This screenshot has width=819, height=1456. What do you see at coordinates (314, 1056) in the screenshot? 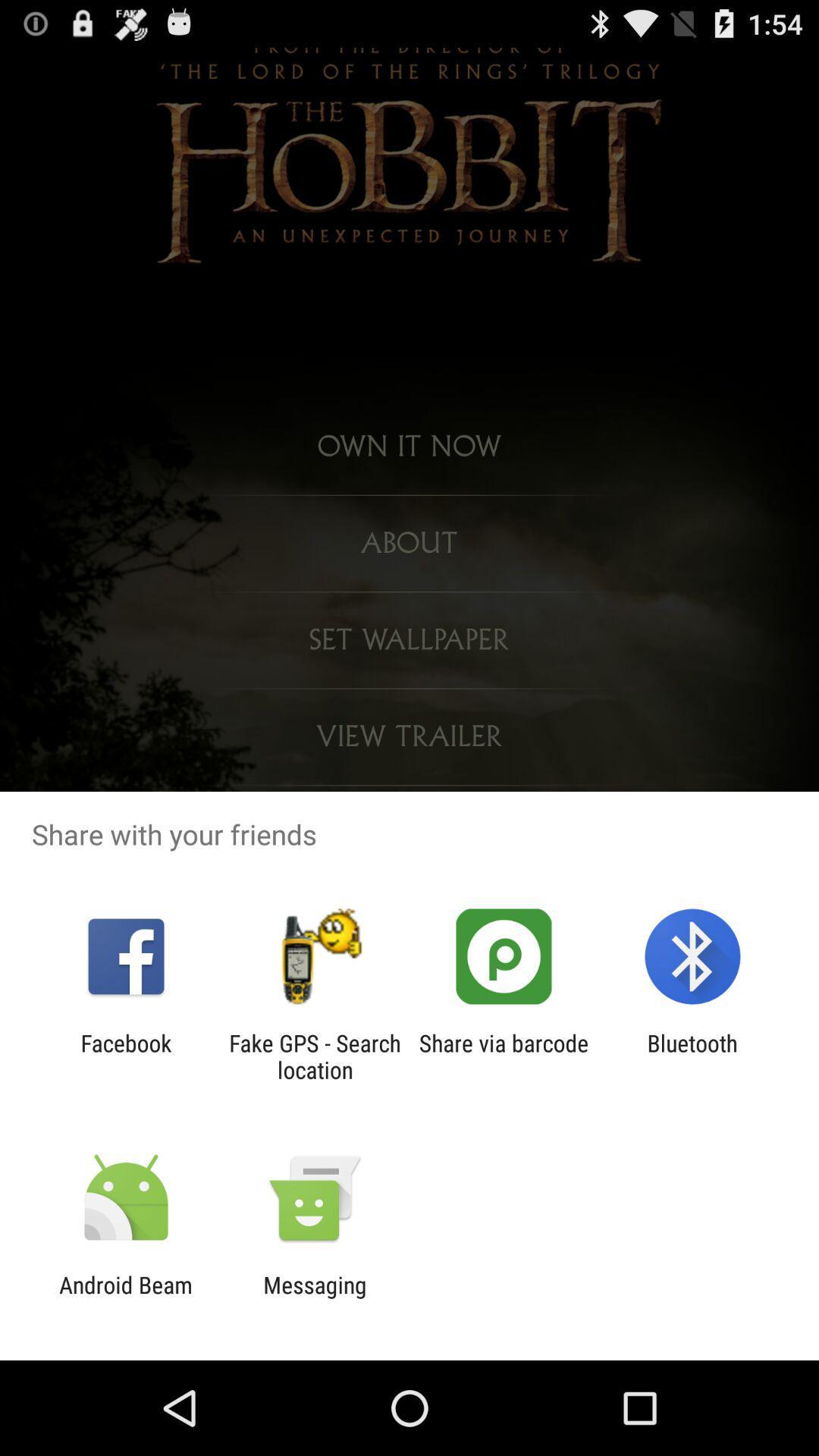
I see `item next to share via barcode` at bounding box center [314, 1056].